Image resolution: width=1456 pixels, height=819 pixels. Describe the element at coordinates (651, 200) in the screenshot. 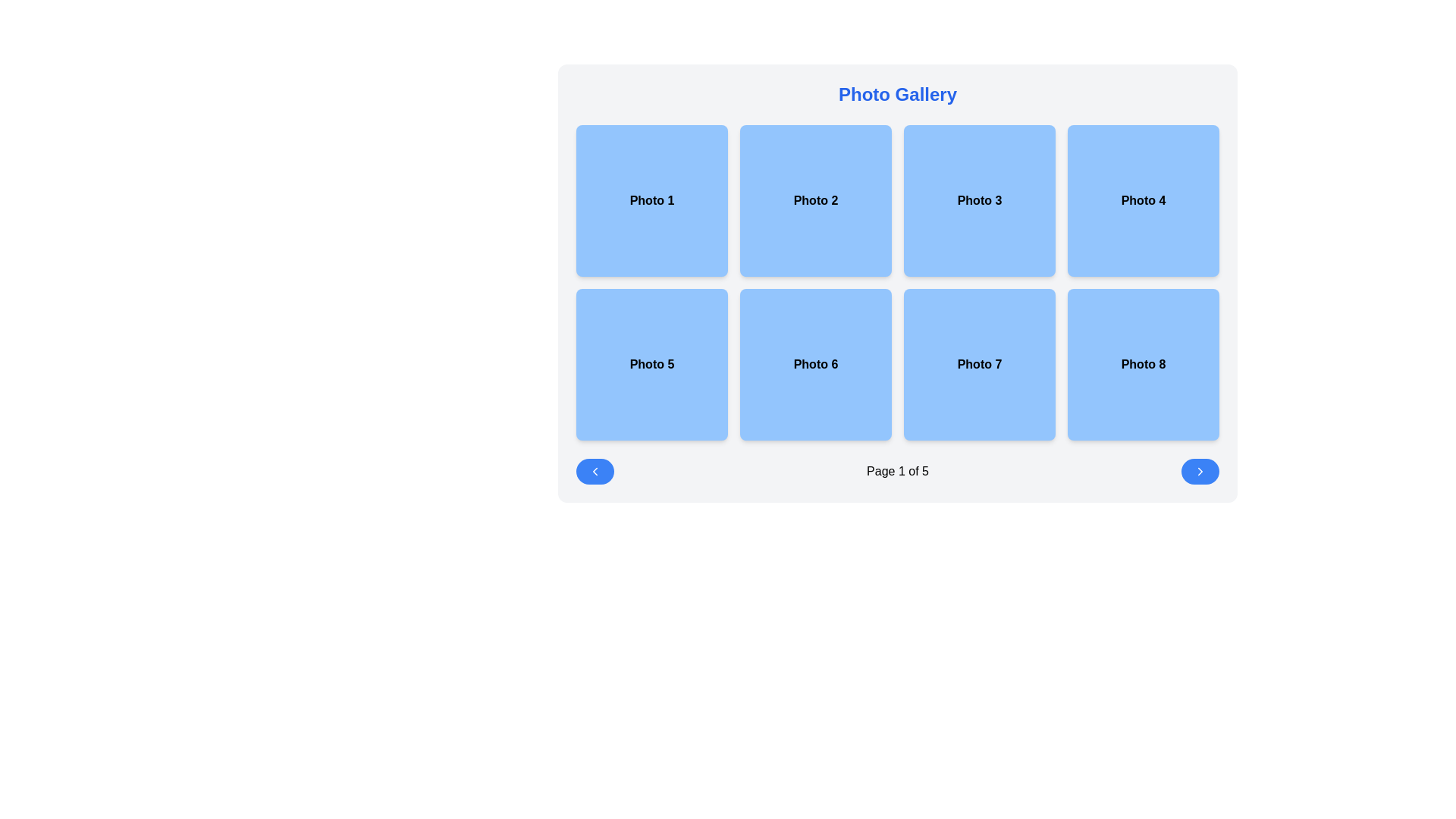

I see `the square tile with a light blue background, rounded corners, and centered bold black text reading 'Photo 1'` at that location.